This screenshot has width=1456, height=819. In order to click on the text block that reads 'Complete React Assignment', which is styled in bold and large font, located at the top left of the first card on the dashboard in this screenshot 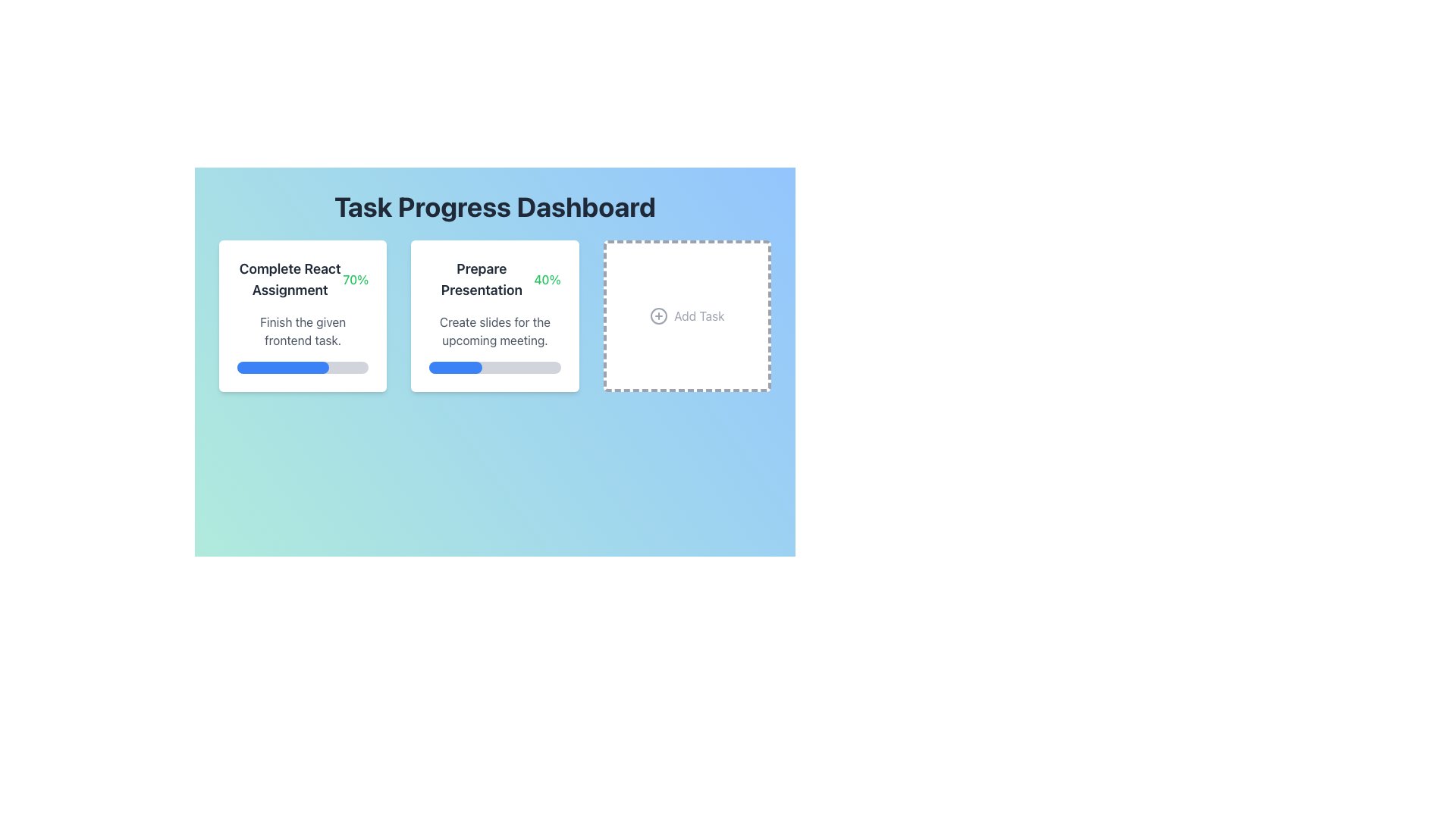, I will do `click(290, 280)`.